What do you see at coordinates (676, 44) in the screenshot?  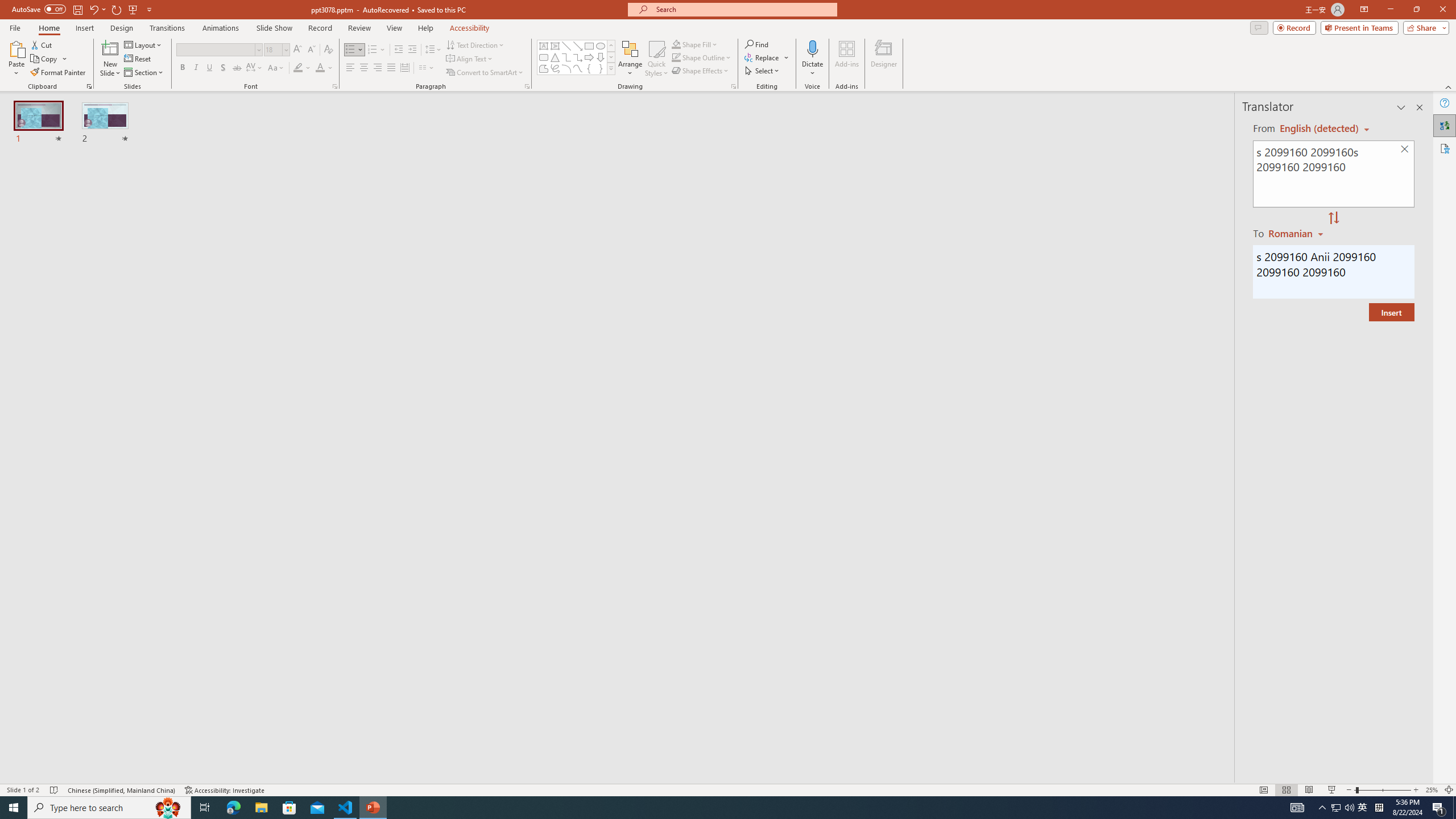 I see `'Shape Fill Dark Green, Accent 2'` at bounding box center [676, 44].